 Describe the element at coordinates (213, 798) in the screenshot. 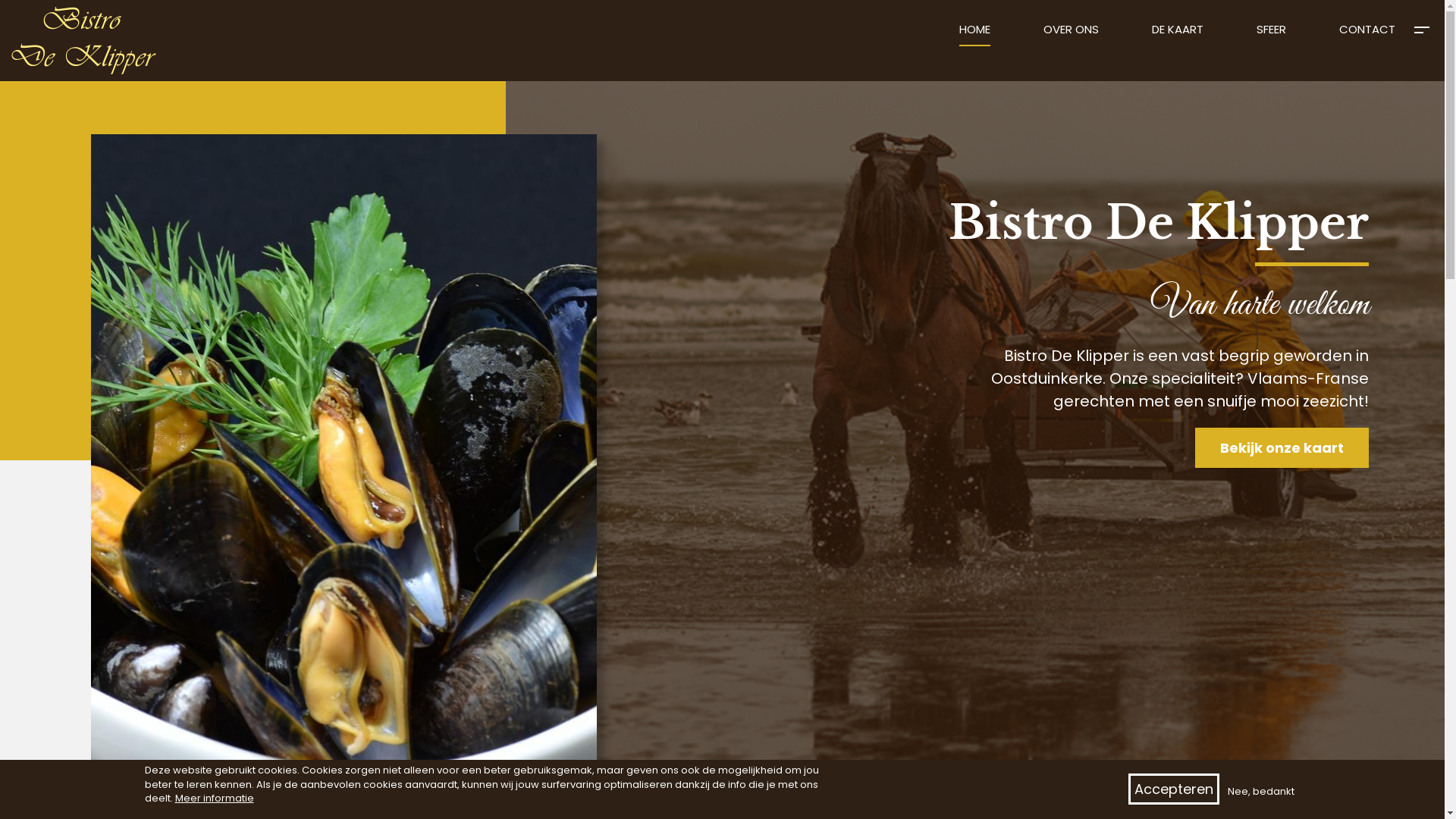

I see `'Meer informatie'` at that location.